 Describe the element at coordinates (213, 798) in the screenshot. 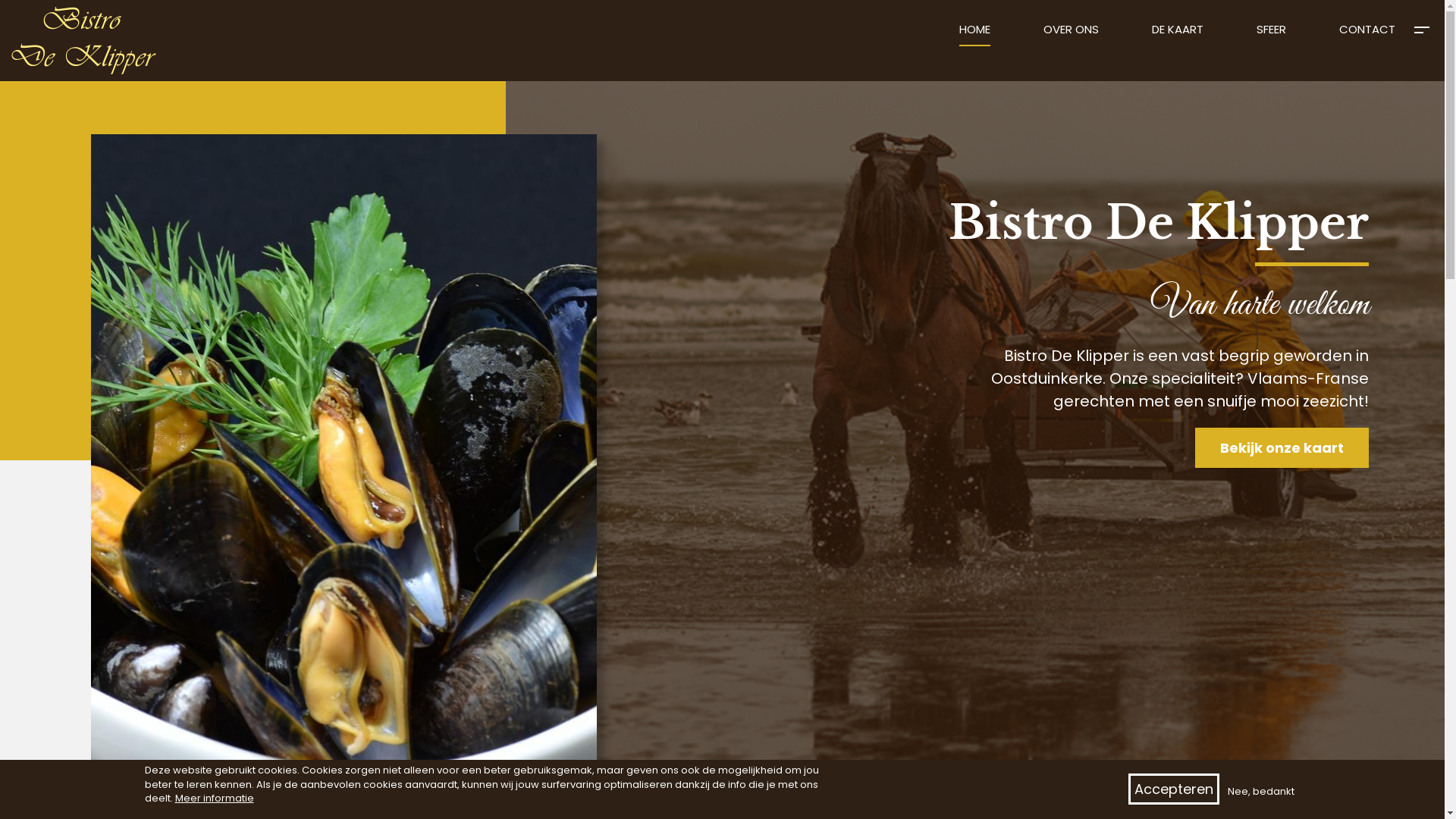

I see `'Meer informatie'` at that location.